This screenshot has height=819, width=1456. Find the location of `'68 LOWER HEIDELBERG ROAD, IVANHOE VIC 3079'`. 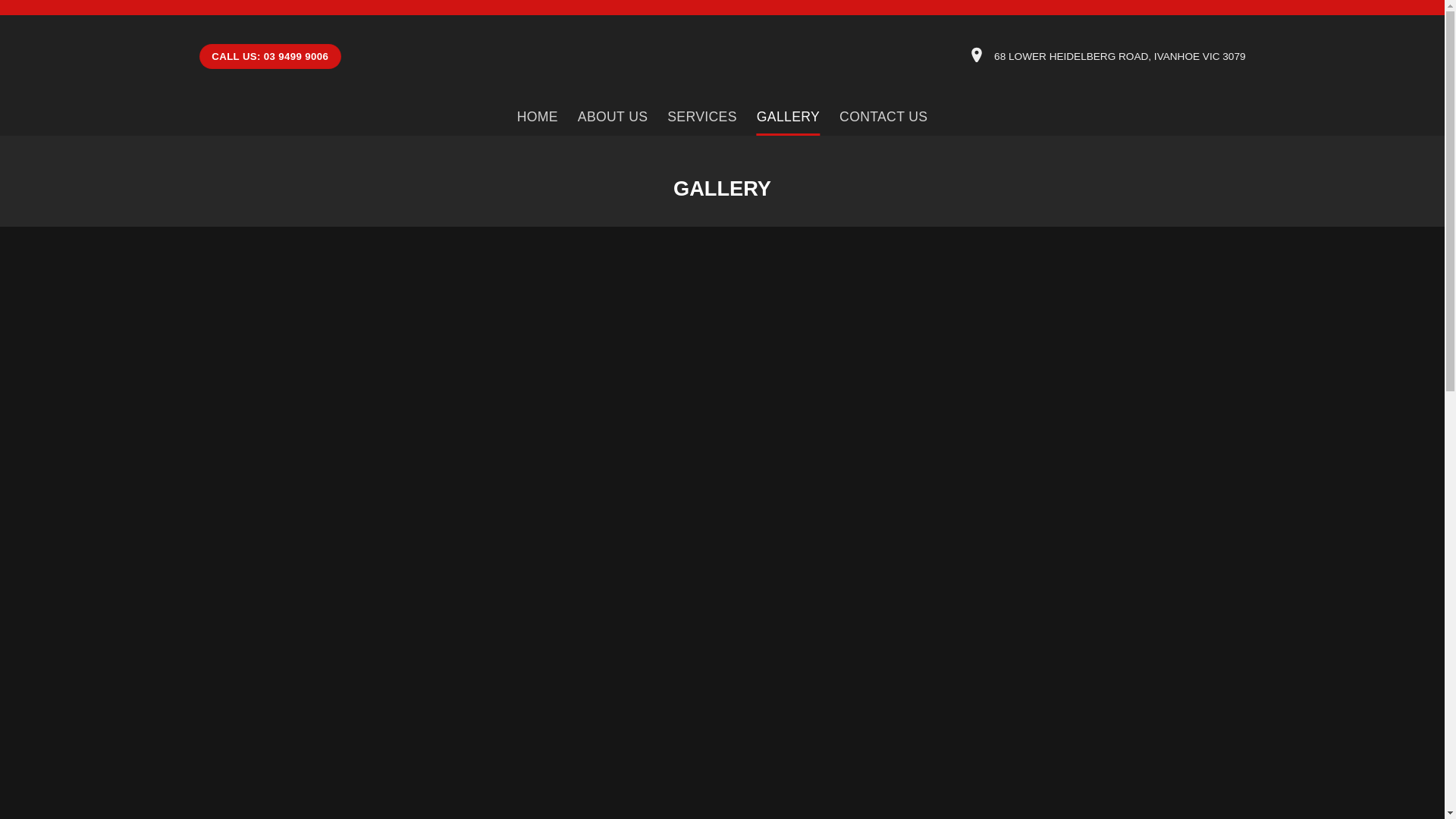

'68 LOWER HEIDELBERG ROAD, IVANHOE VIC 3079' is located at coordinates (1119, 55).